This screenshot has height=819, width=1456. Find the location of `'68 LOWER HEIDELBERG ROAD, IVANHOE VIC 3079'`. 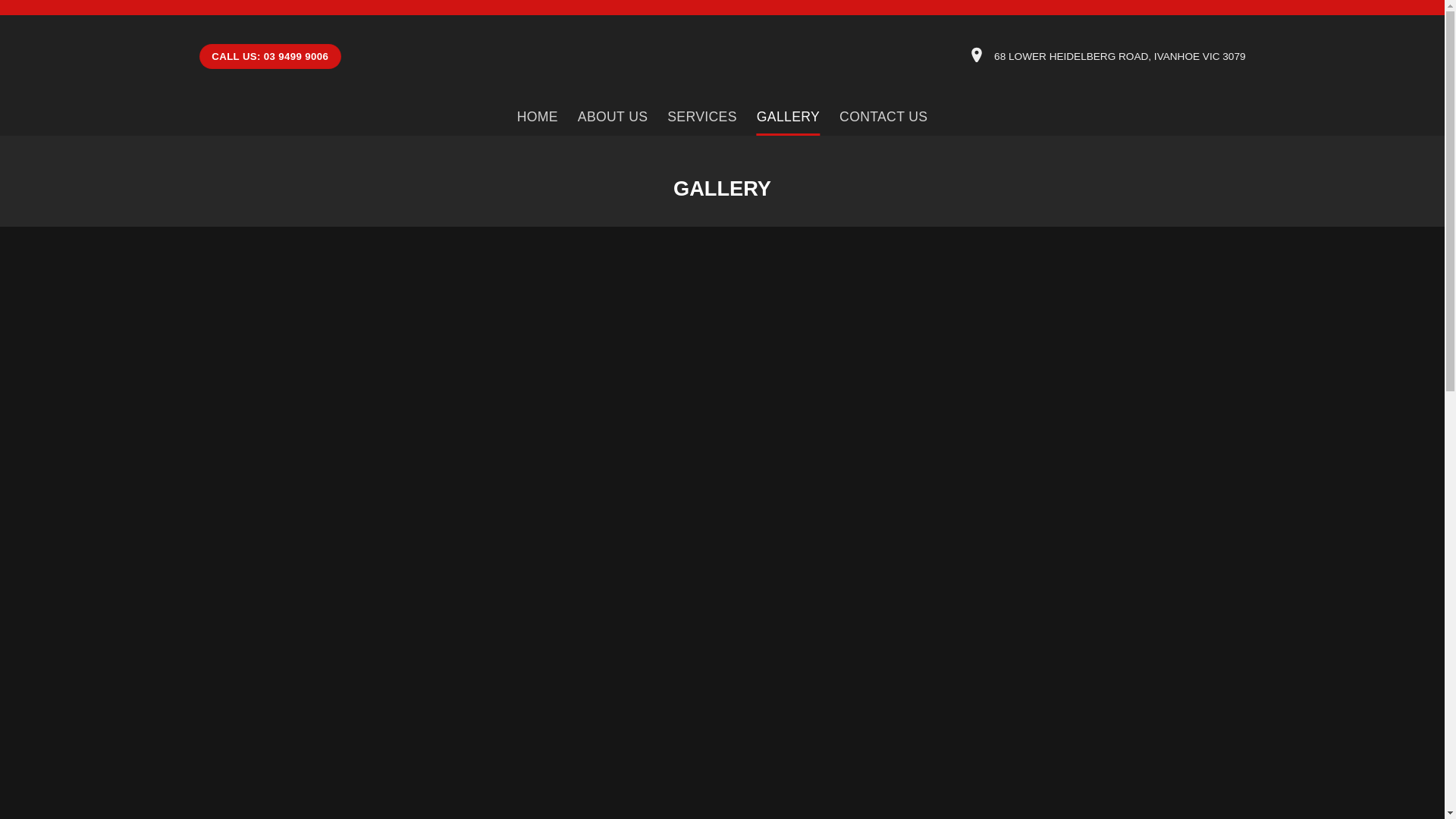

'68 LOWER HEIDELBERG ROAD, IVANHOE VIC 3079' is located at coordinates (1119, 55).